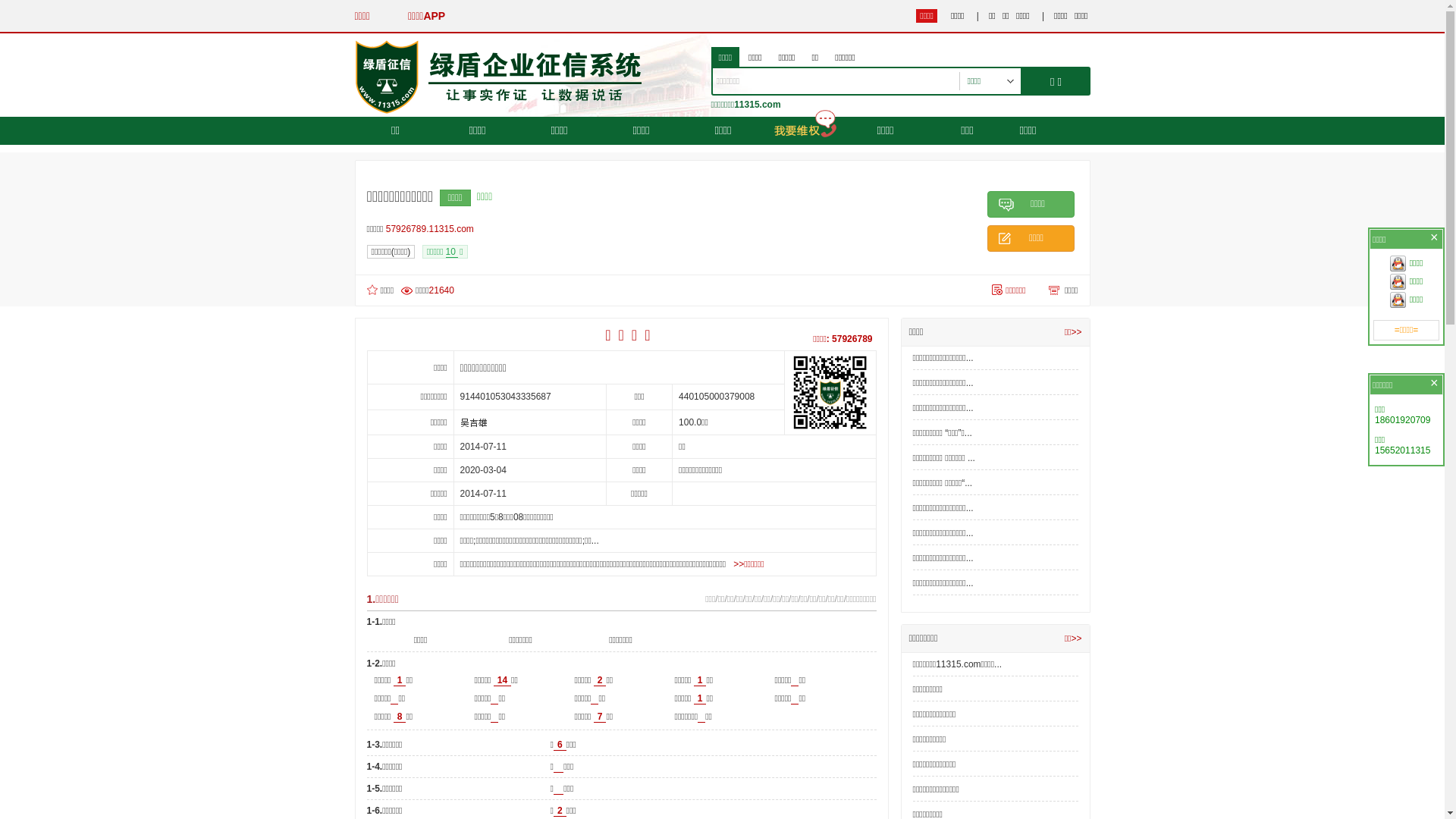 The image size is (1456, 819). I want to click on '1', so click(699, 679).